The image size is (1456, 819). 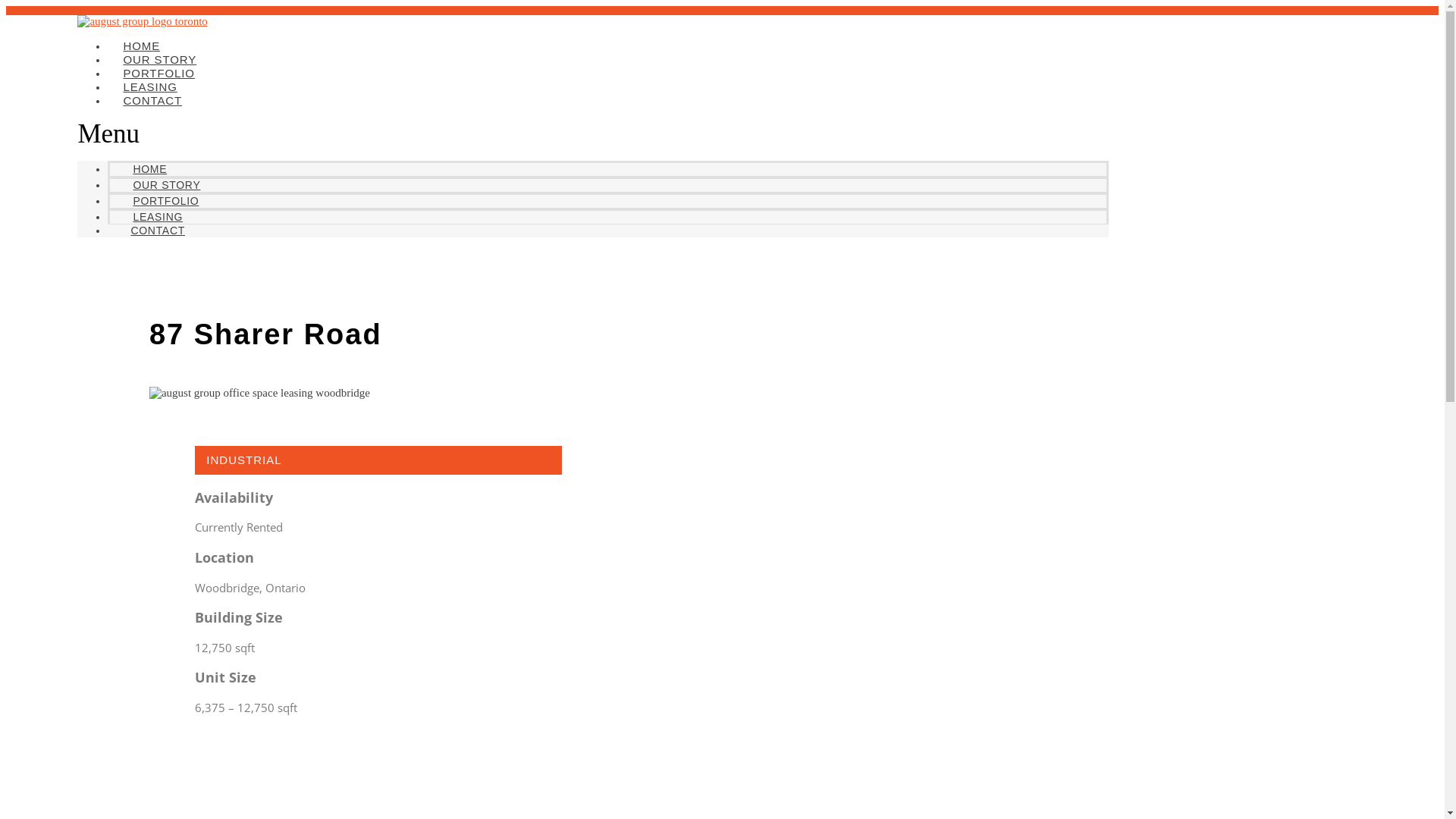 I want to click on 'OUR STORY', so click(x=159, y=58).